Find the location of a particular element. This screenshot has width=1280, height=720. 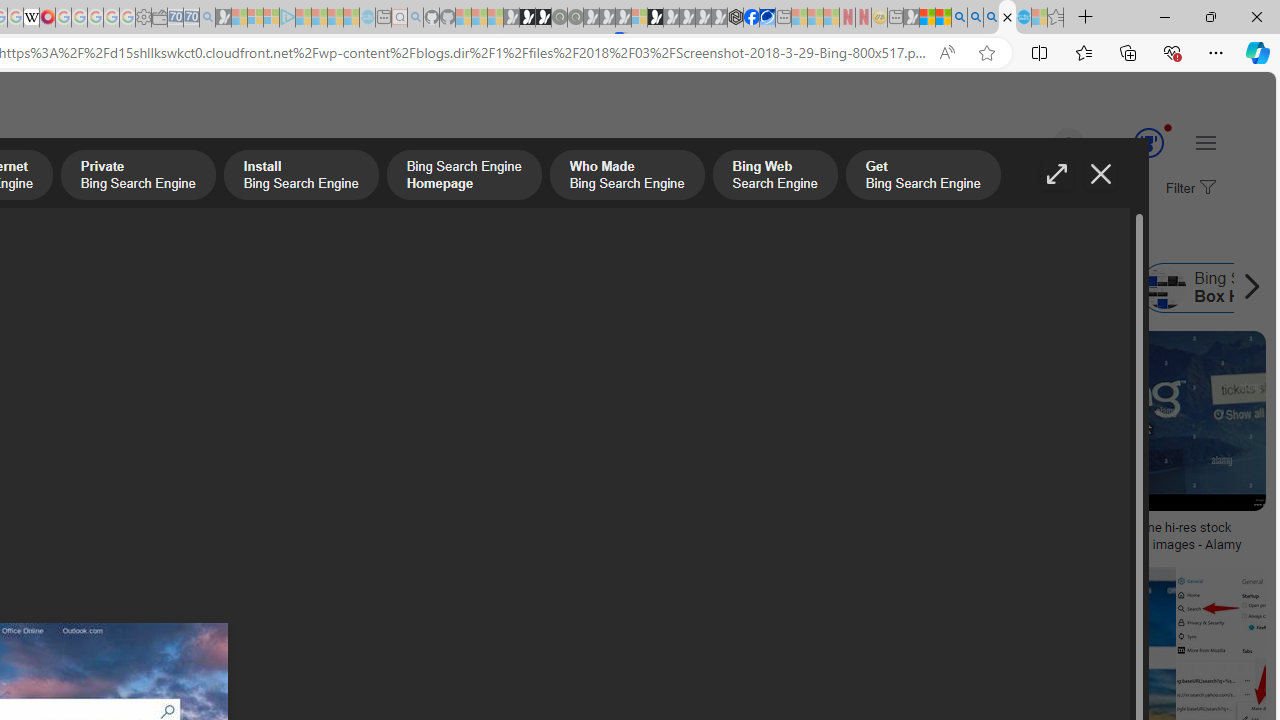

'Get Bing Search Engine' is located at coordinates (921, 176).